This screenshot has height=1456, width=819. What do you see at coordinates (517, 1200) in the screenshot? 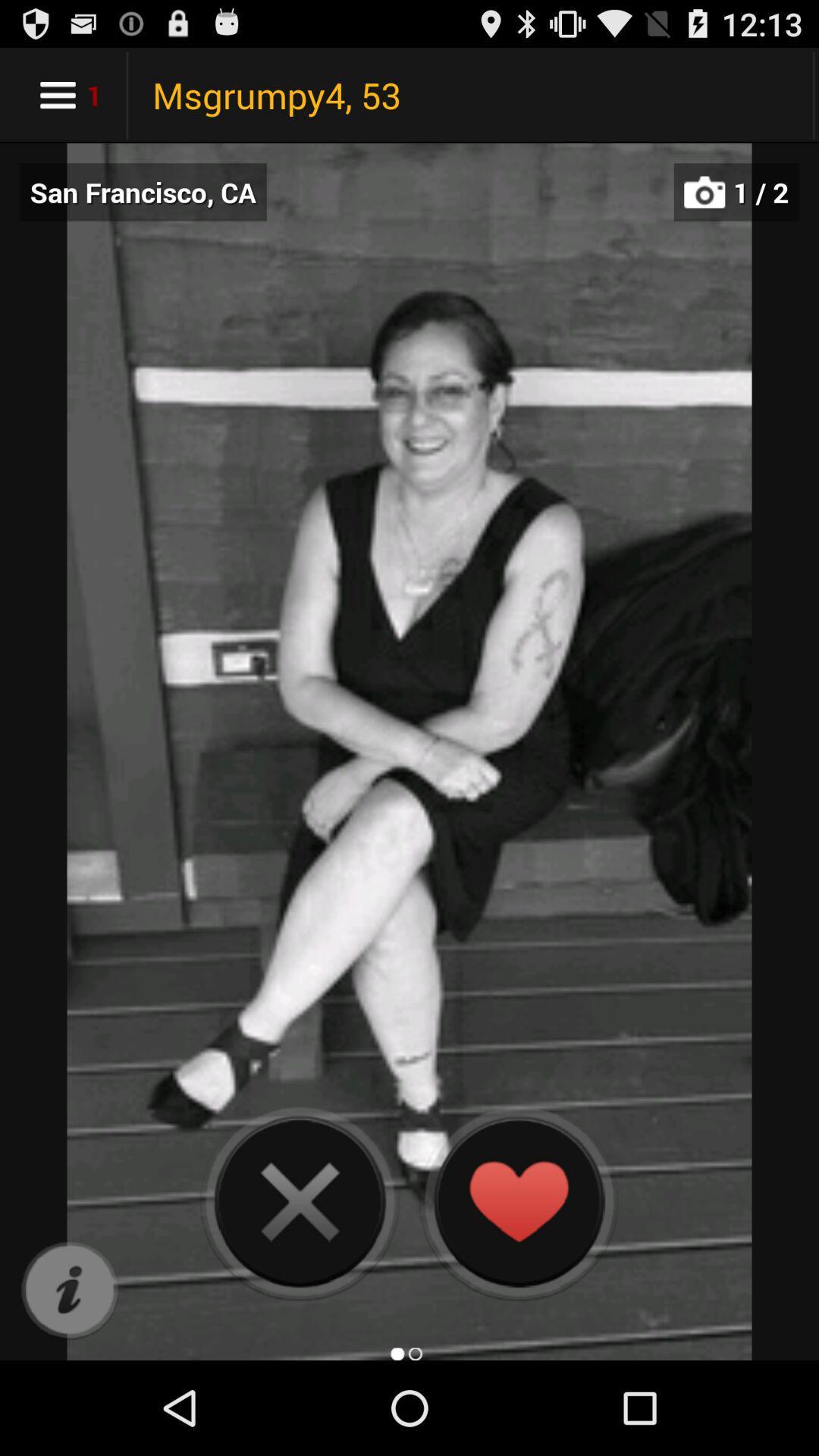
I see `yes` at bounding box center [517, 1200].